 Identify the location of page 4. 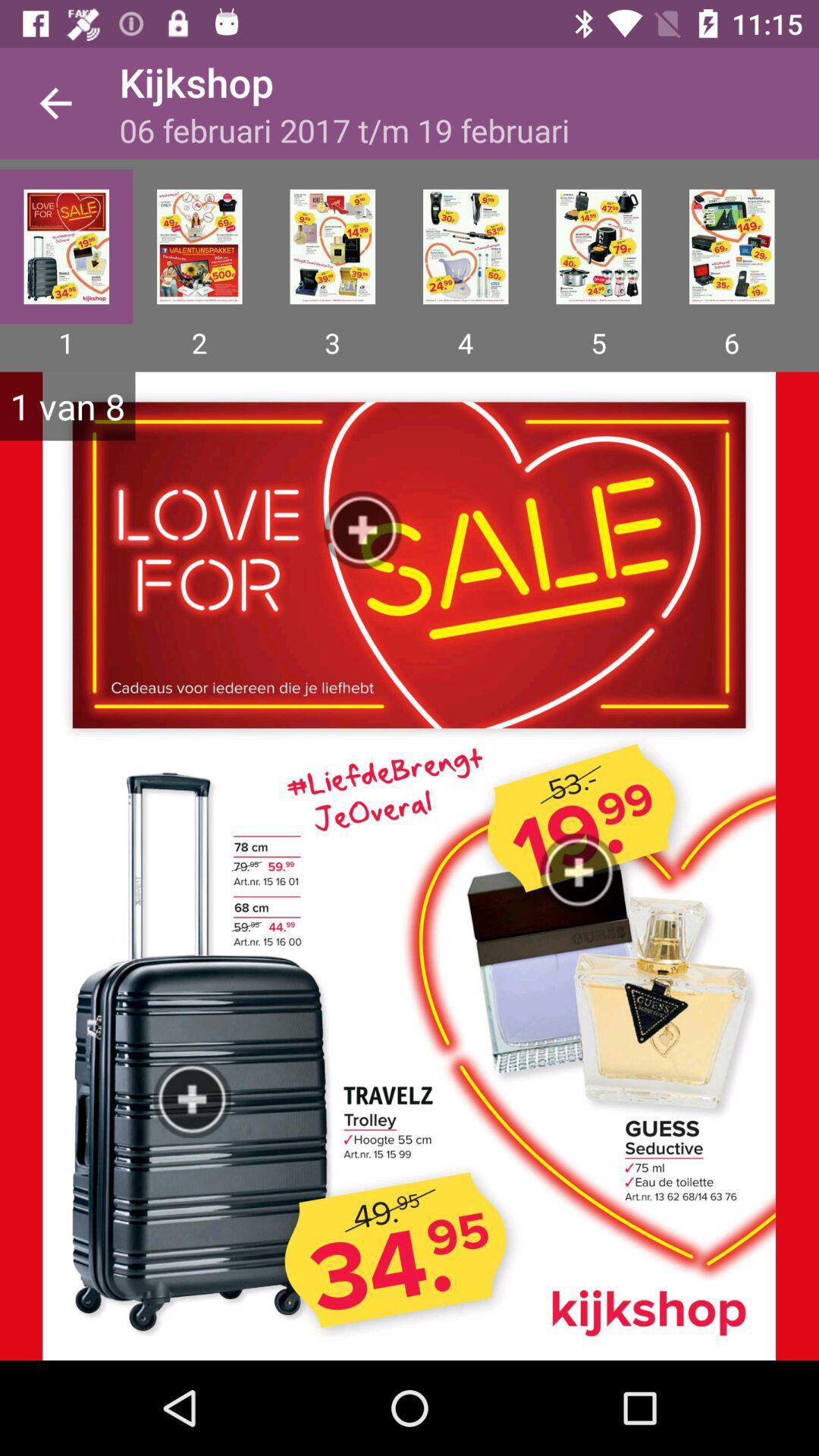
(465, 246).